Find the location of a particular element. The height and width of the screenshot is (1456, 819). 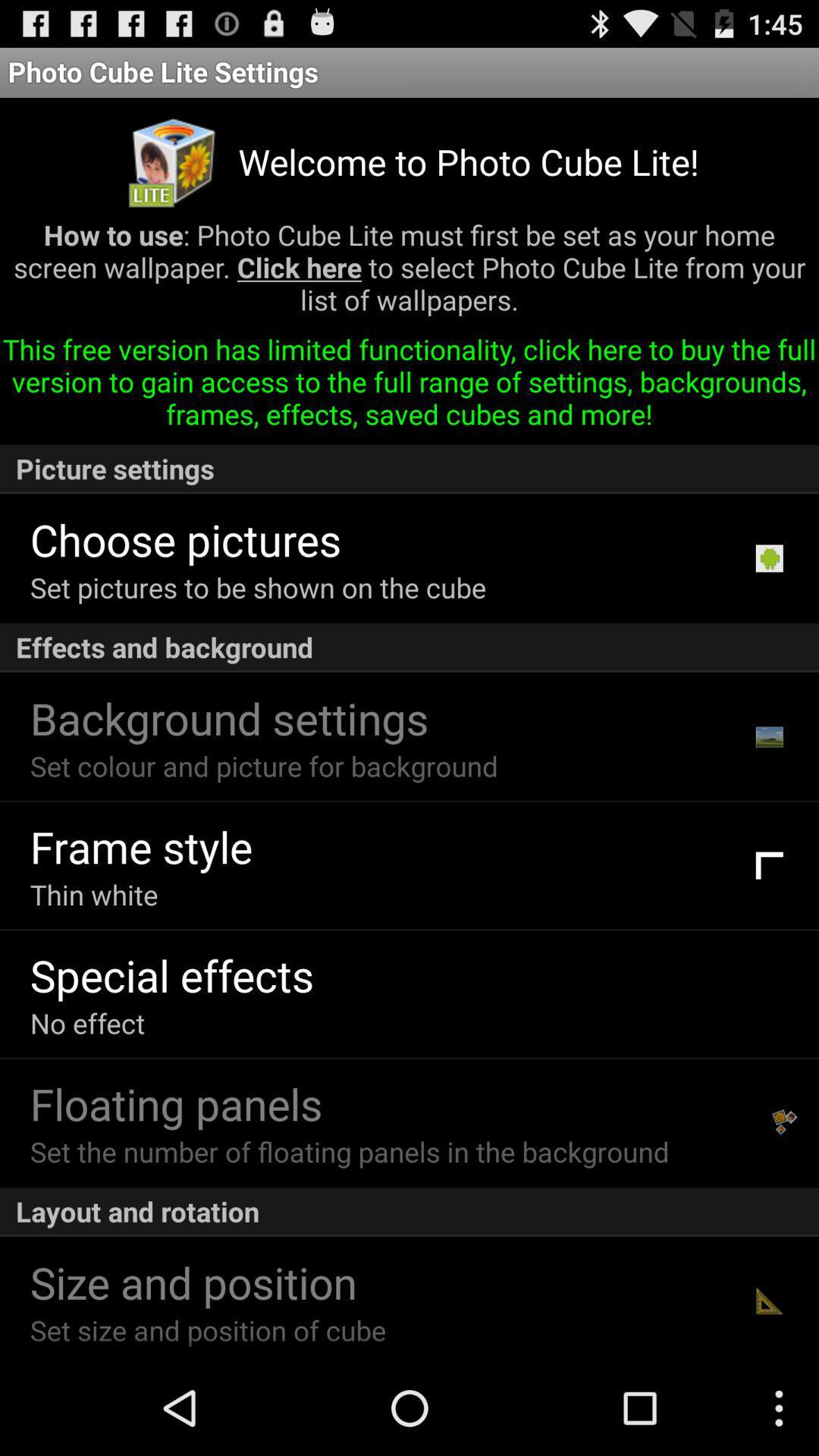

app below the welcome to photo app is located at coordinates (409, 273).